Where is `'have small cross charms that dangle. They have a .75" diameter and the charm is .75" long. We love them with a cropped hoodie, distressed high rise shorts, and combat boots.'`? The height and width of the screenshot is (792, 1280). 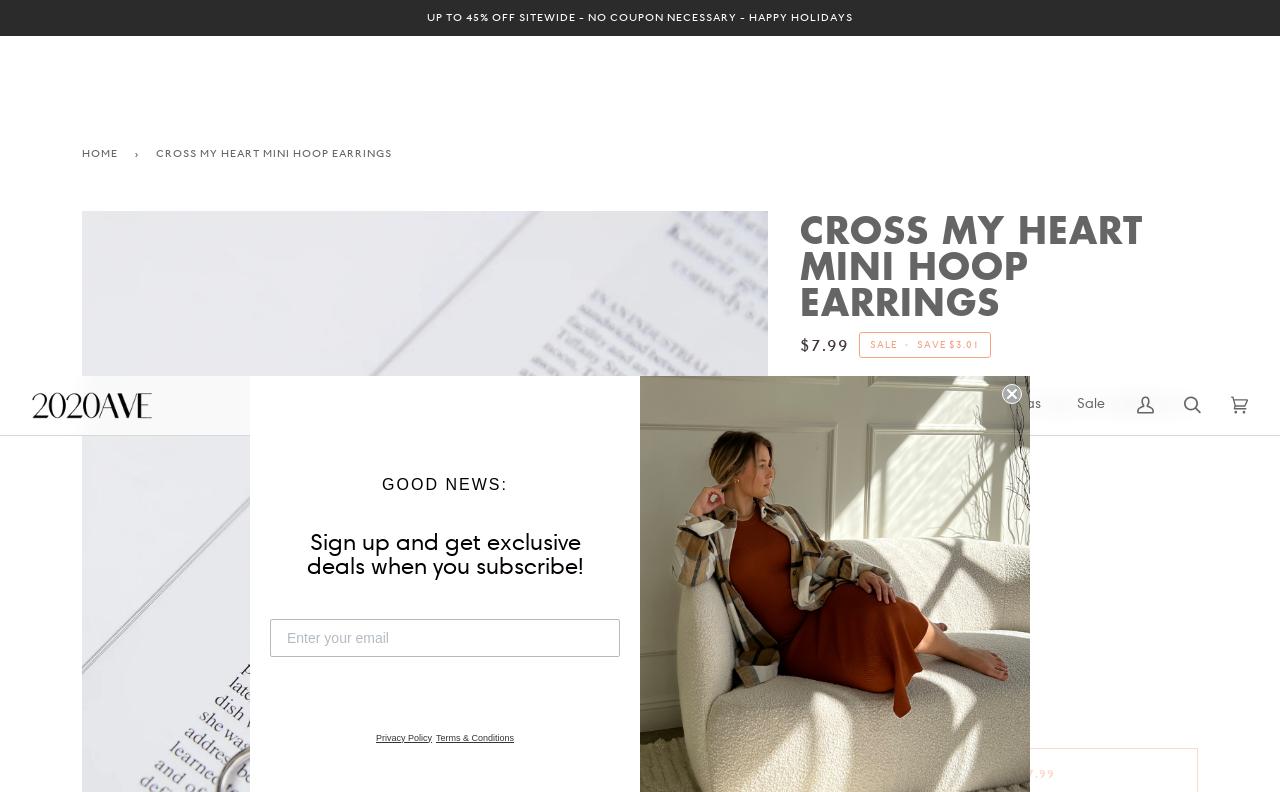
'have small cross charms that dangle. They have a .75" diameter and the charm is .75" long. We love them with a cropped hoodie, distressed high rise shorts, and combat boots.' is located at coordinates (797, 648).